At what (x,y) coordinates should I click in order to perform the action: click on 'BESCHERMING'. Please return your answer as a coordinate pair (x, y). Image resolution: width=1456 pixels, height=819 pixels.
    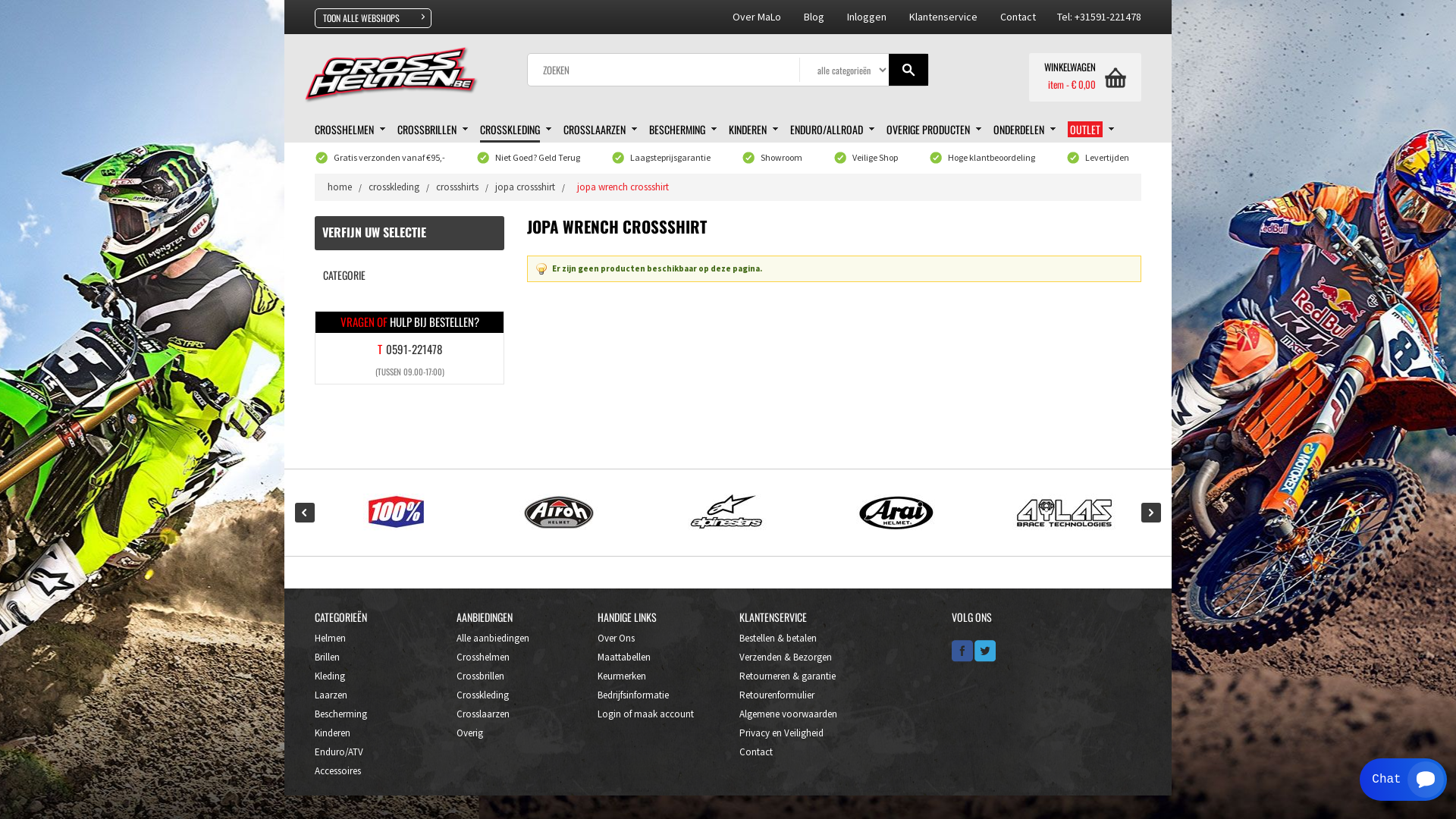
    Looking at the image, I should click on (682, 128).